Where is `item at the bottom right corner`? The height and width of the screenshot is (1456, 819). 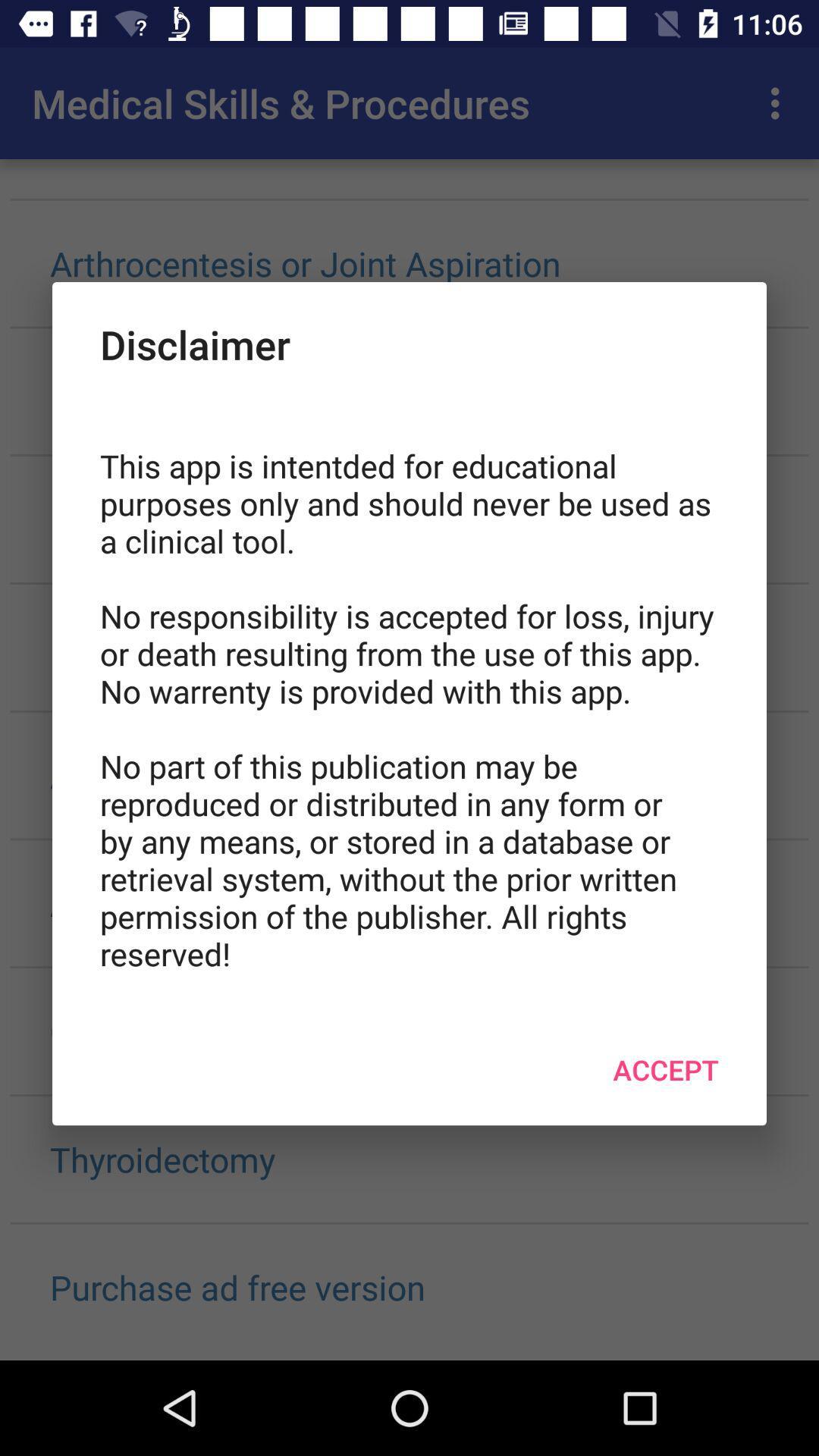 item at the bottom right corner is located at coordinates (665, 1068).